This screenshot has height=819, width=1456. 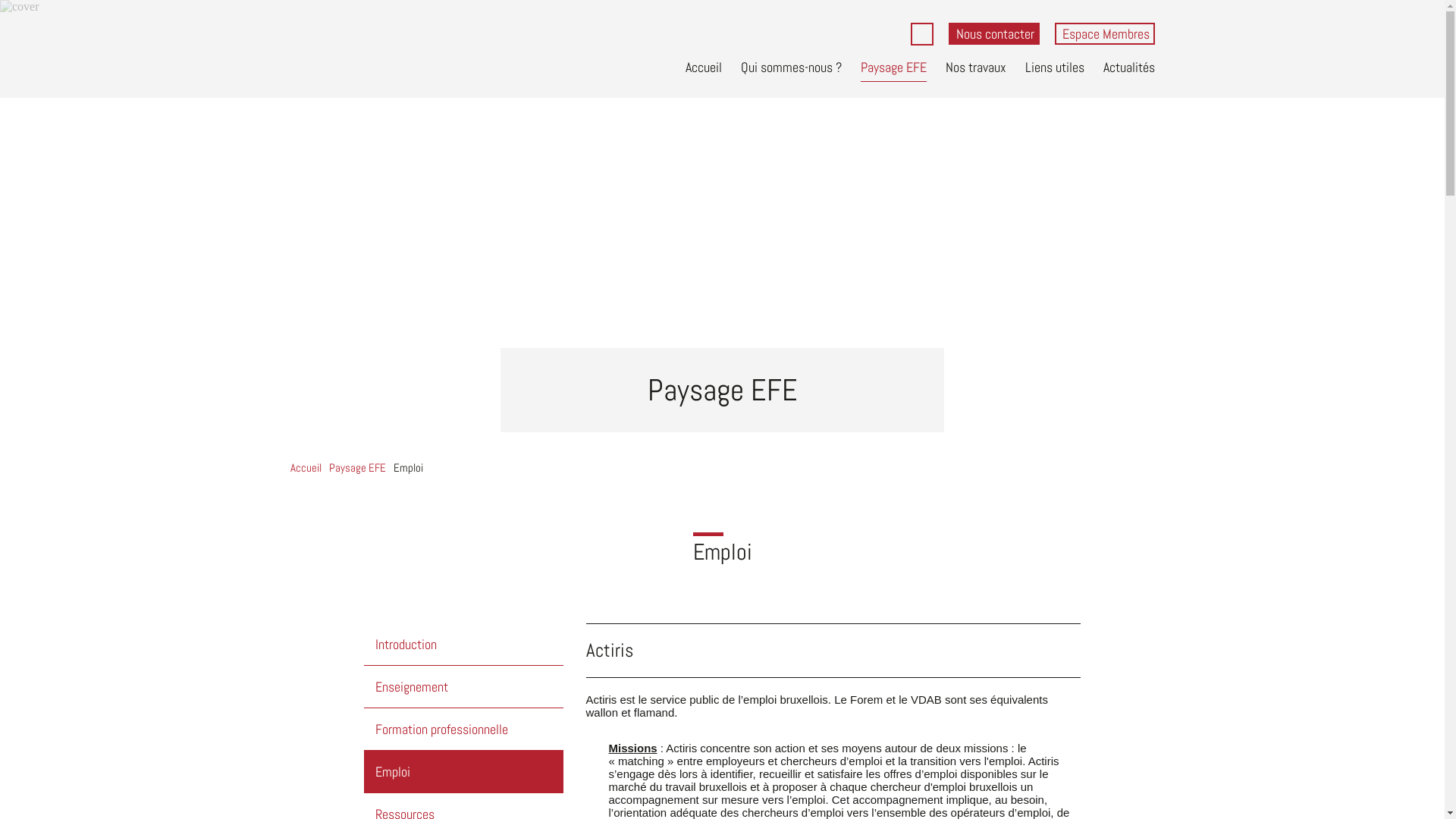 What do you see at coordinates (62, 0) in the screenshot?
I see `'Aller au contenu principal'` at bounding box center [62, 0].